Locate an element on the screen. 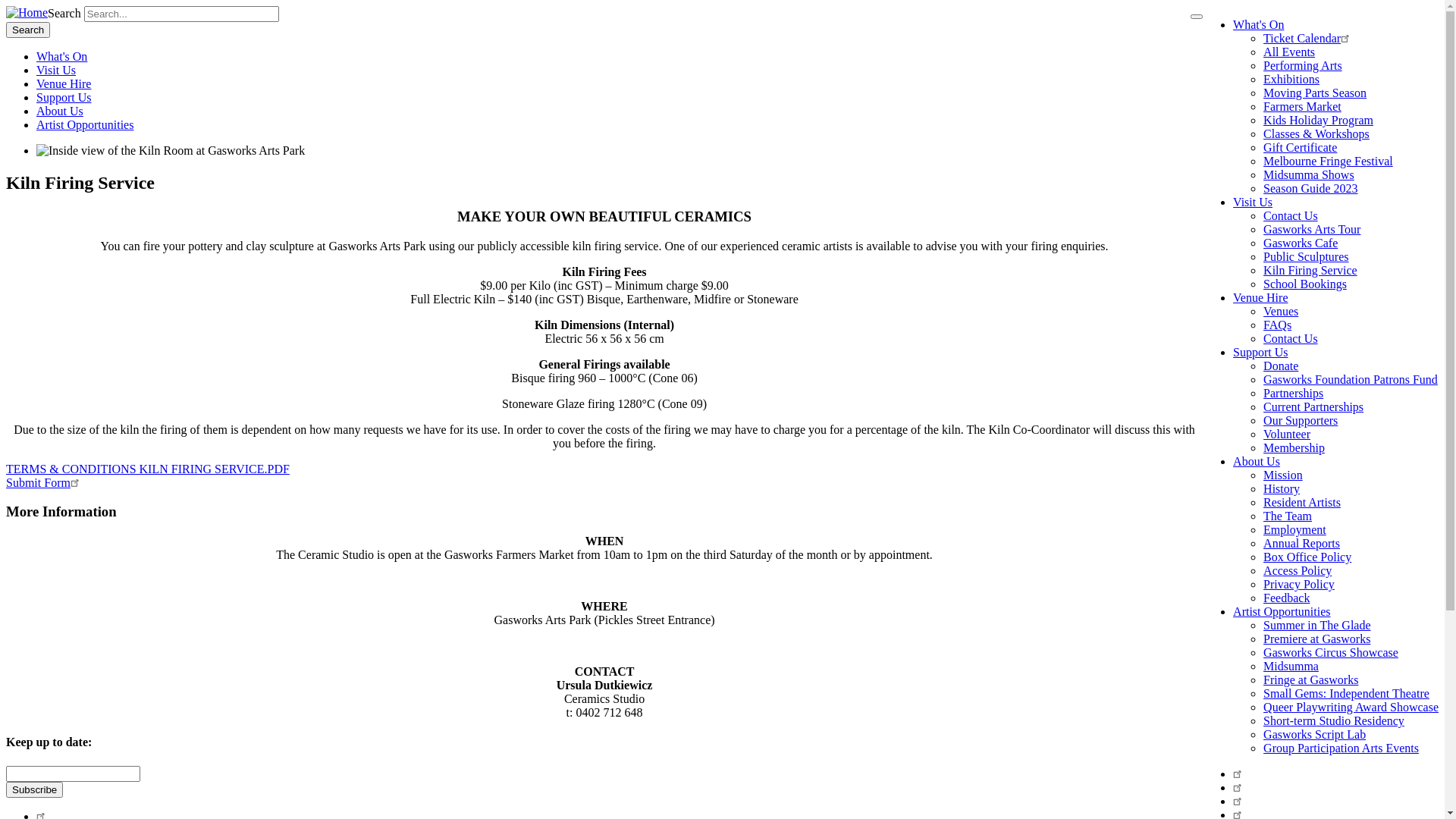 The height and width of the screenshot is (819, 1456). 'TERMS & CONDITIONS KILN FIRING SERVICE.PDF' is located at coordinates (148, 468).